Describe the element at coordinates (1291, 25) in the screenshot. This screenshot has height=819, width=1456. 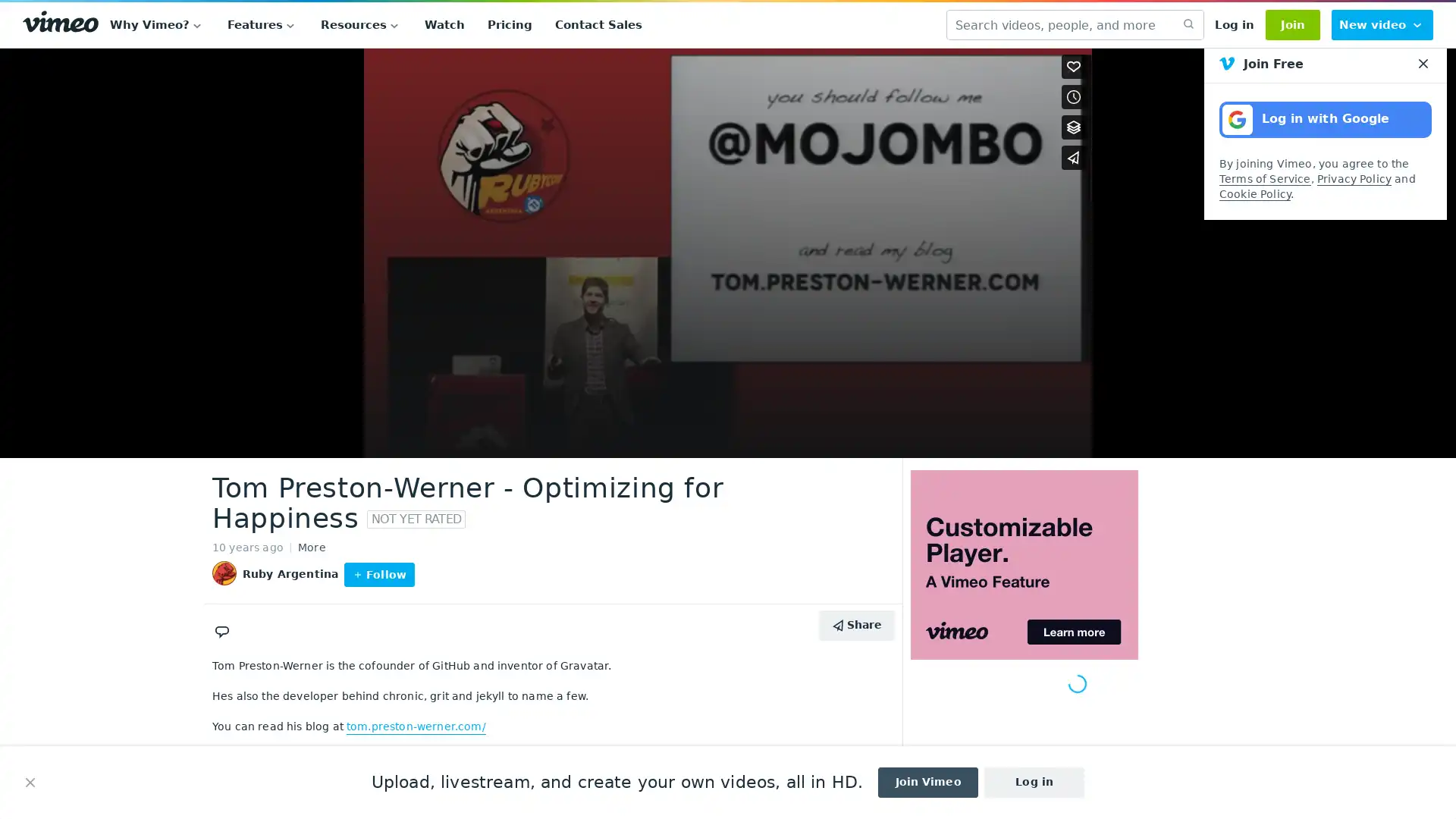
I see `Join` at that location.